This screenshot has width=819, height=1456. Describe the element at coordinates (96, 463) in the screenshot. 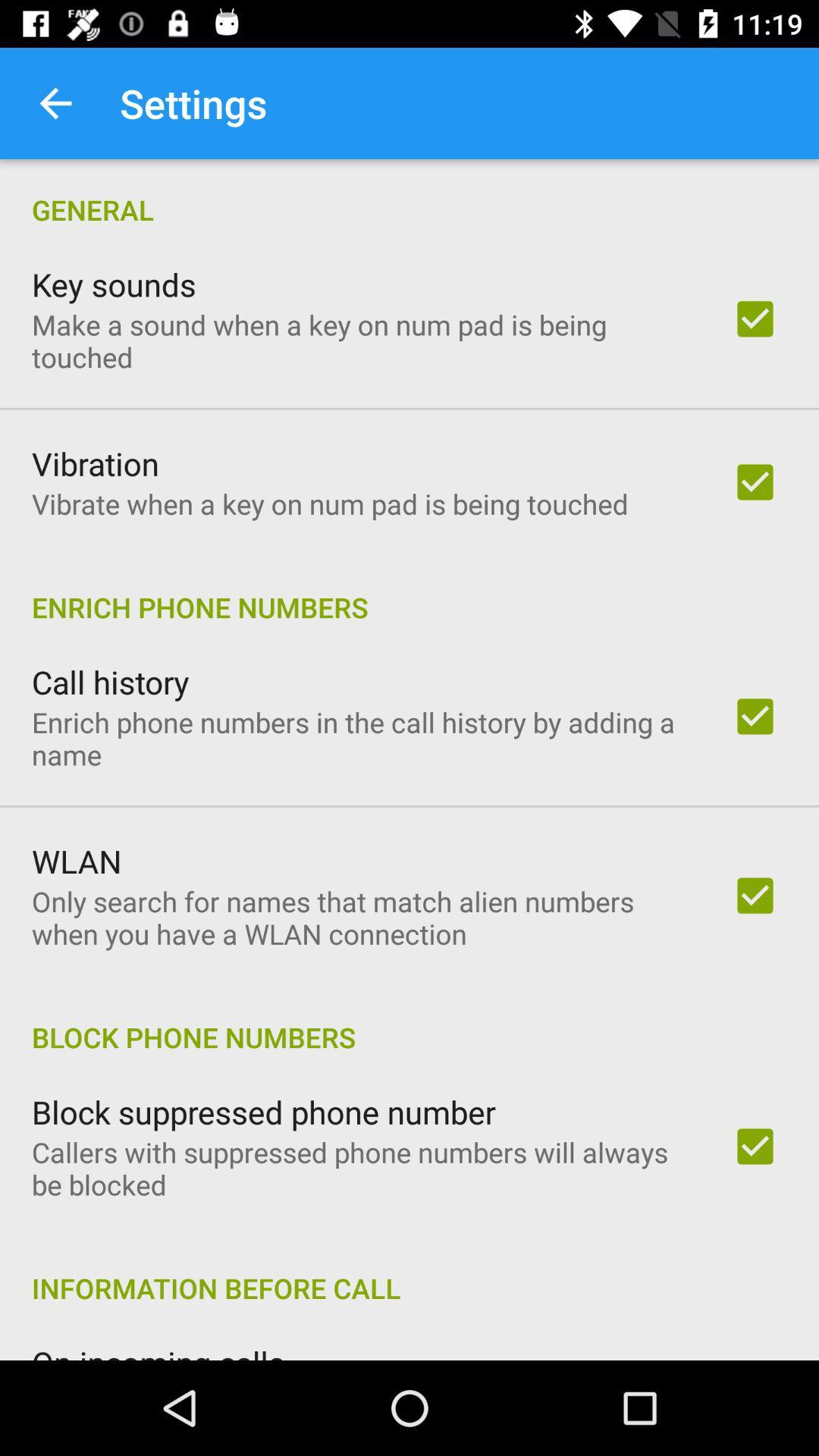

I see `the vibration` at that location.